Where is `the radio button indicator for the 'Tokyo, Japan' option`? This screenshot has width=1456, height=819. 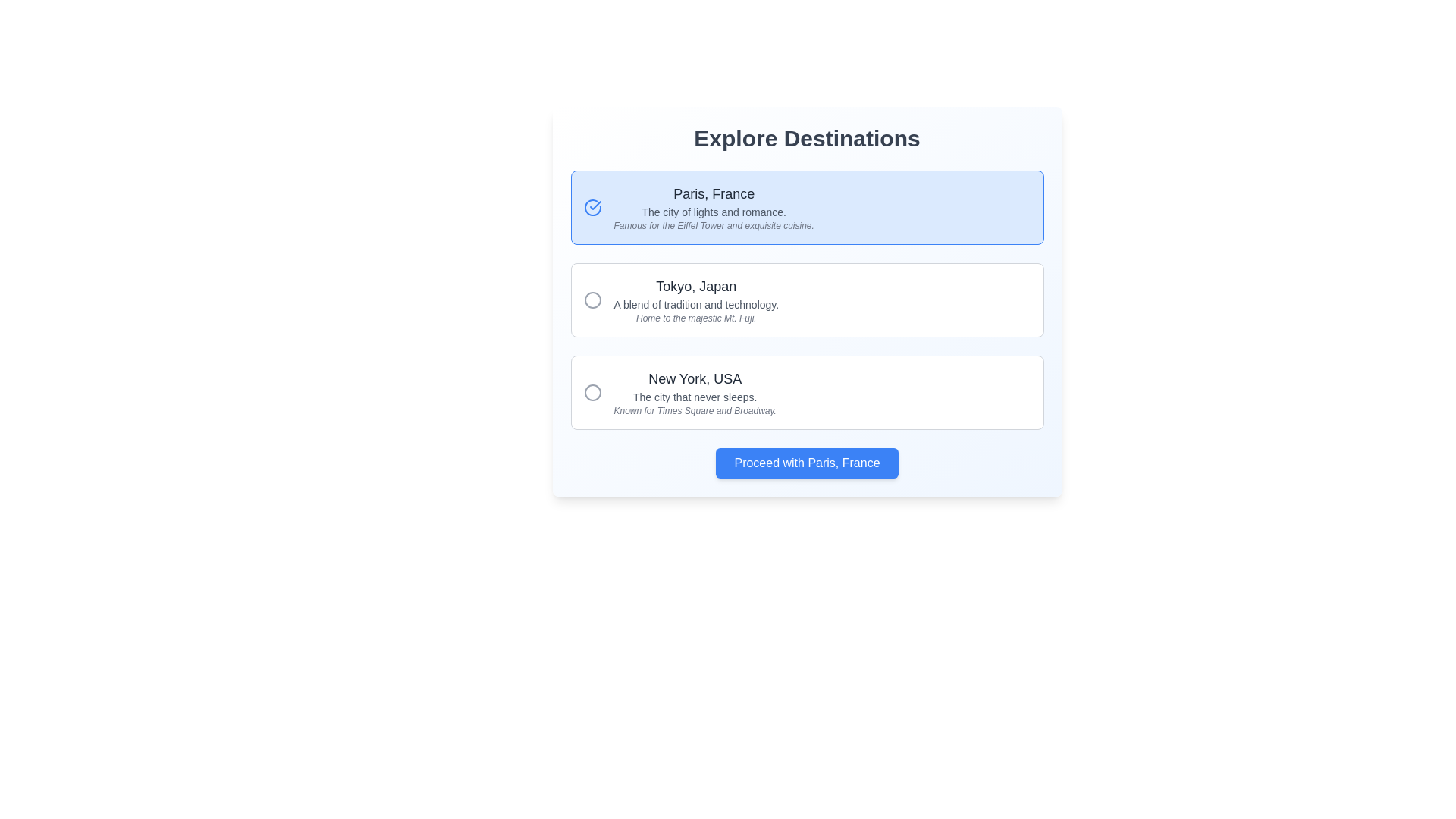 the radio button indicator for the 'Tokyo, Japan' option is located at coordinates (591, 391).